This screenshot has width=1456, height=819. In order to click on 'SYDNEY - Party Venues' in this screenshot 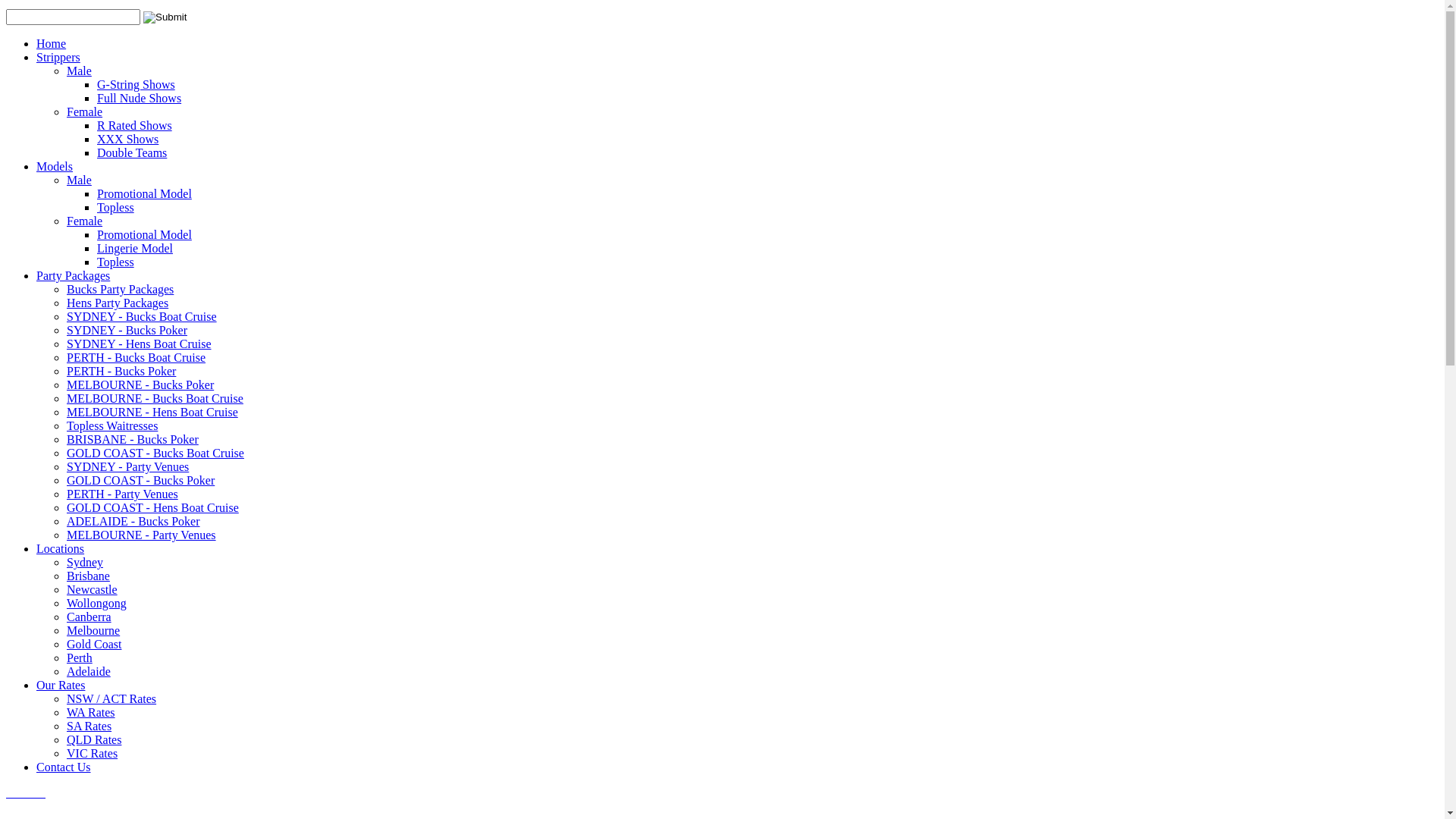, I will do `click(127, 466)`.